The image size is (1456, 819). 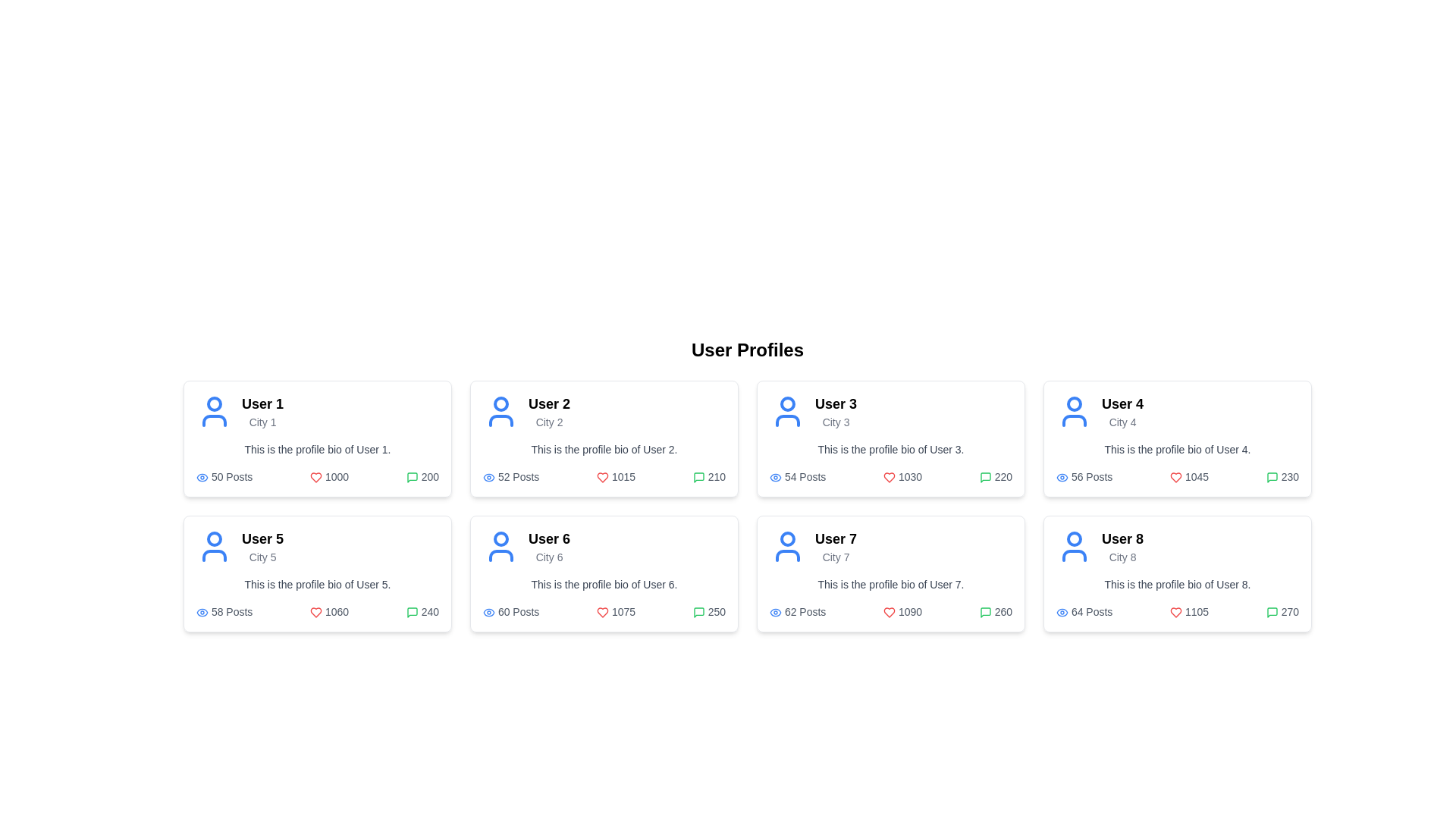 What do you see at coordinates (501, 538) in the screenshot?
I see `the blue circular avatar icon representing 'User 6' in the user profile grid` at bounding box center [501, 538].